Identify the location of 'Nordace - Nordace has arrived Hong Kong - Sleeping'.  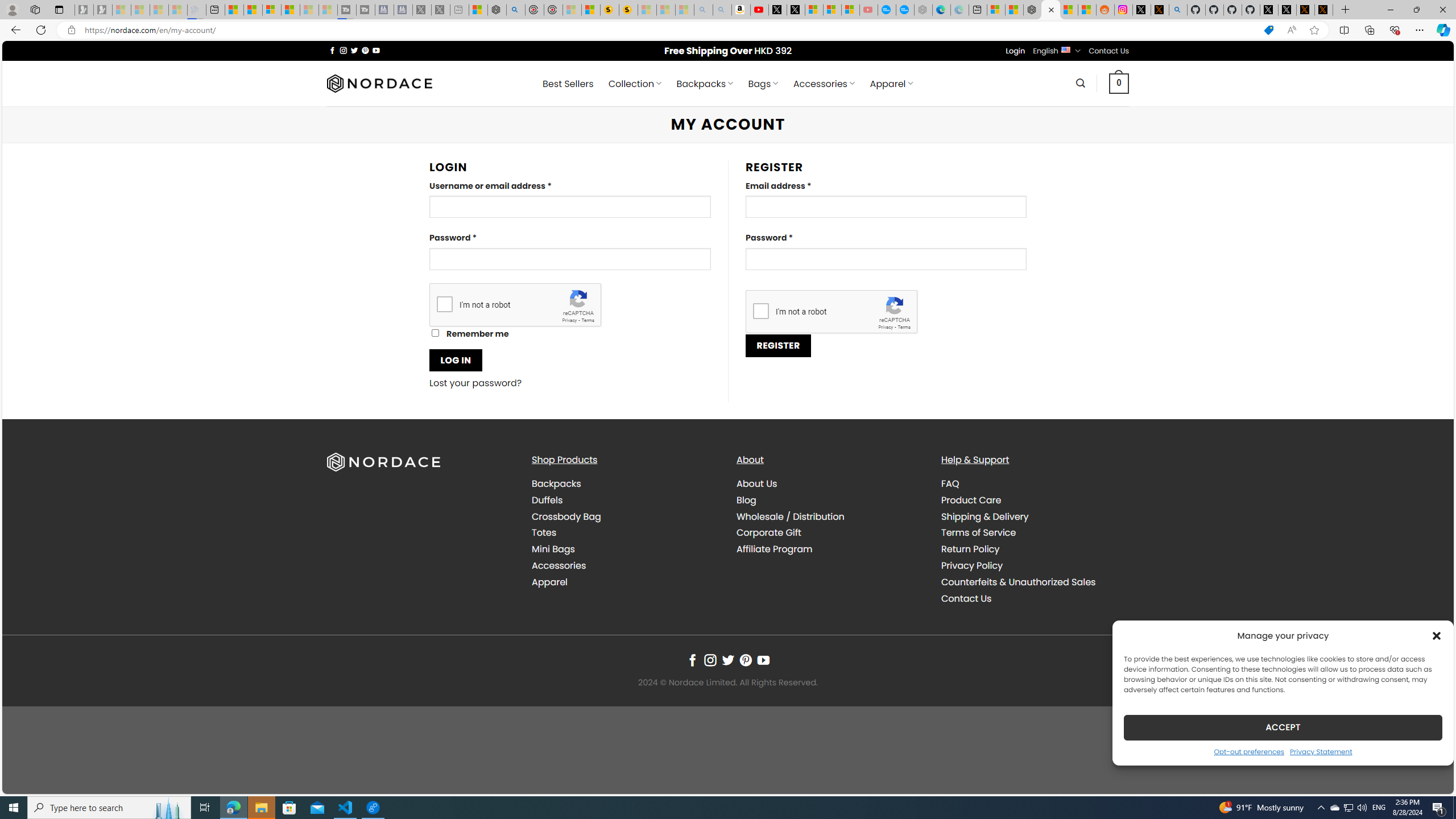
(923, 9).